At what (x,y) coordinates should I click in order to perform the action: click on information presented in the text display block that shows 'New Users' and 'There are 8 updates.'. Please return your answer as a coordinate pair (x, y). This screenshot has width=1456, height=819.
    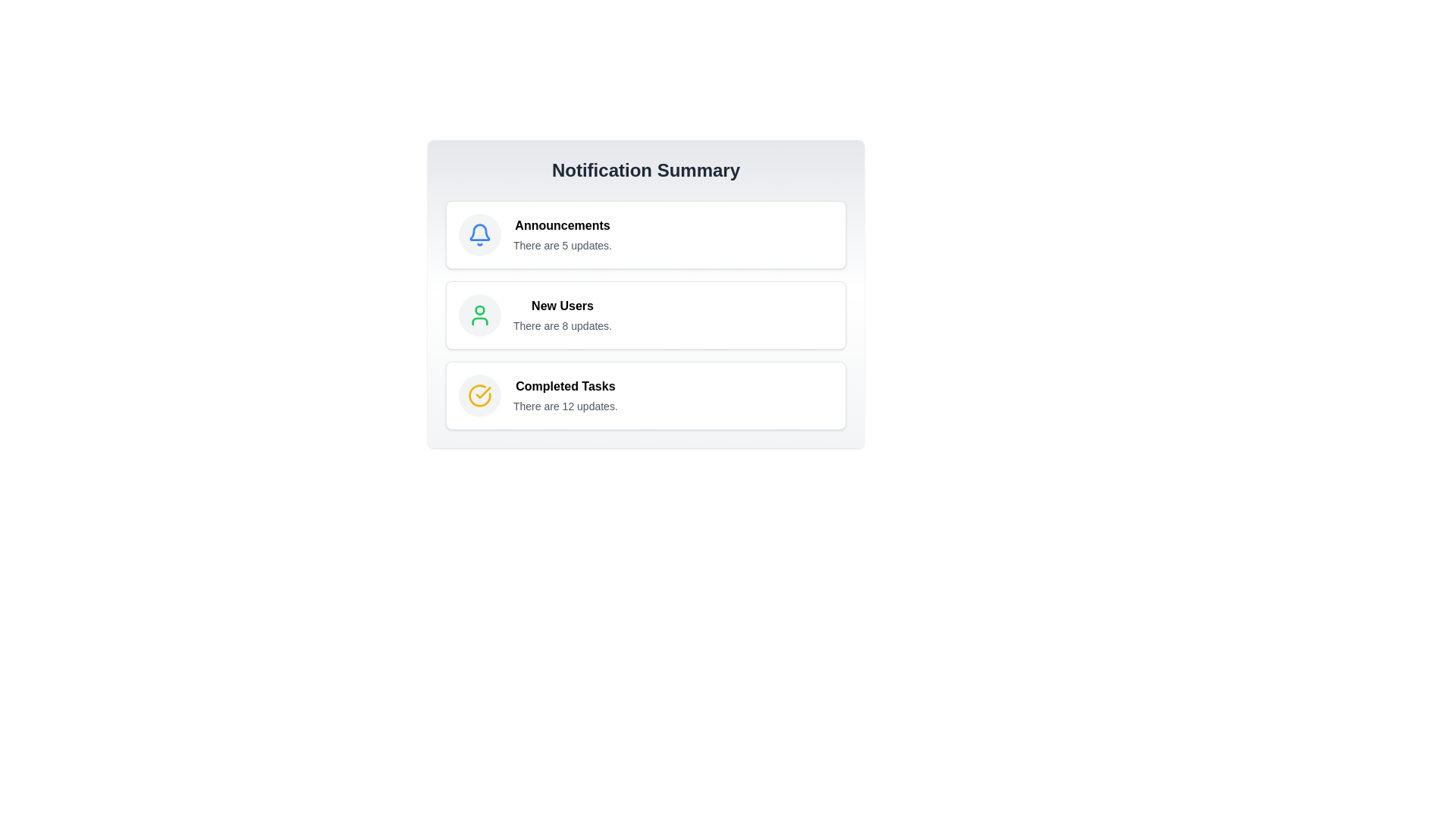
    Looking at the image, I should click on (562, 315).